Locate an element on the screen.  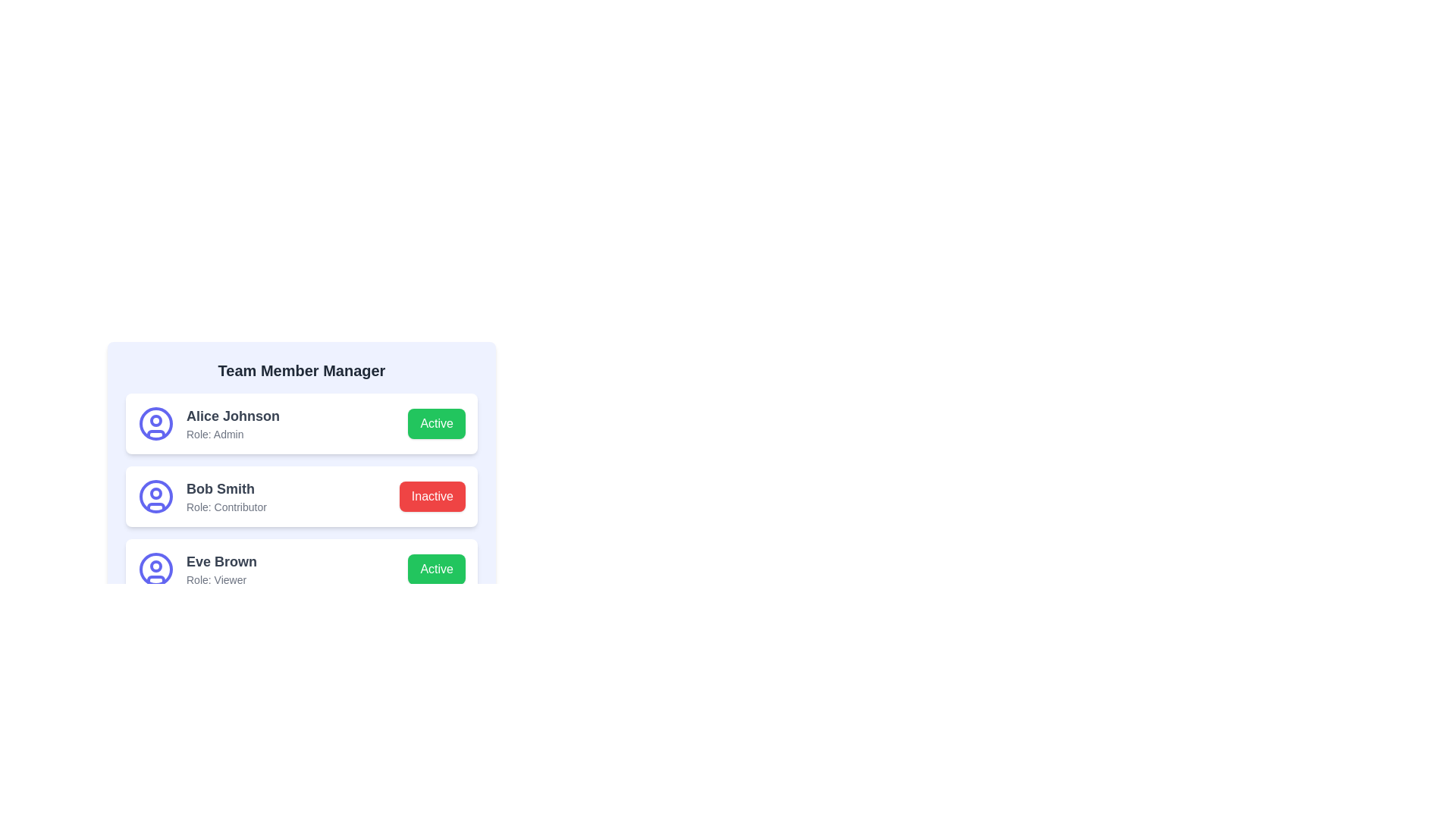
the user profile display element, which consists of an icon and text showing user information, located between 'Bob Smith' and the 'Active' button is located at coordinates (196, 570).